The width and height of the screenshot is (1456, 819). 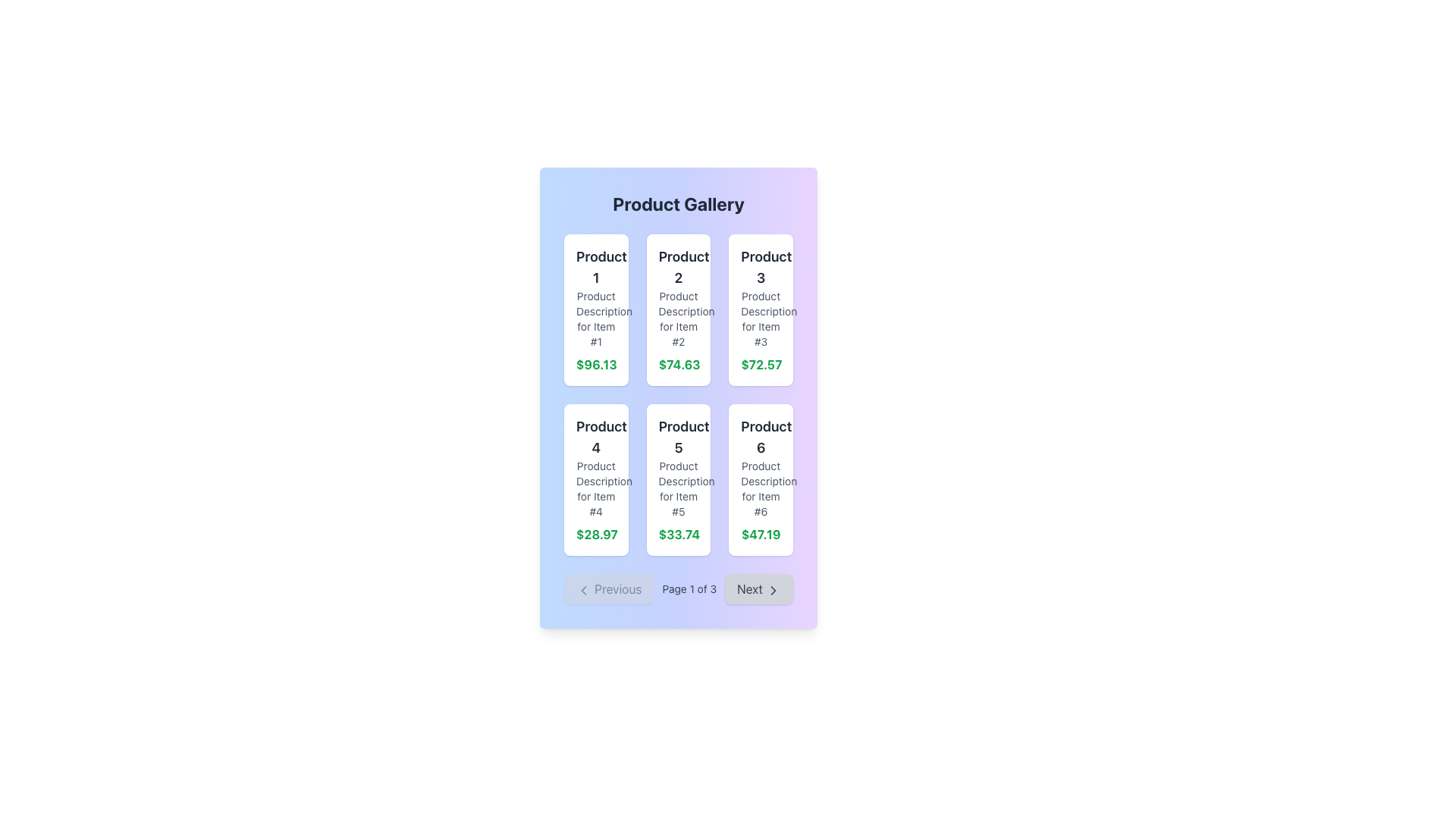 What do you see at coordinates (761, 479) in the screenshot?
I see `the product card located in the third column of the second row, which presents information about a specific product including its name, description, and price` at bounding box center [761, 479].